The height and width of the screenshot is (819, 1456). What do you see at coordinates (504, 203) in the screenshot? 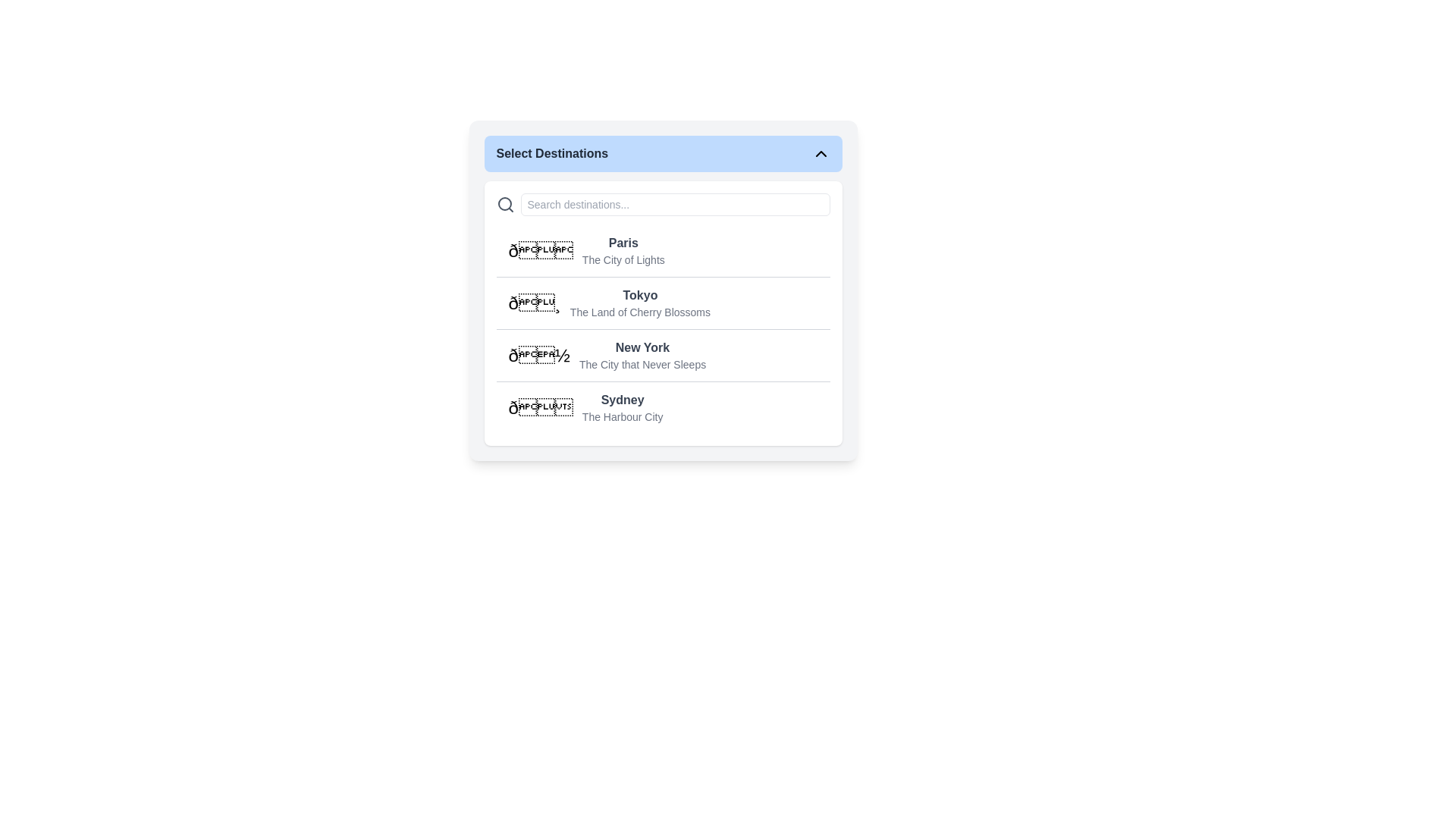
I see `the small circular outline of the search icon located in the top-left corner of the search input field` at bounding box center [504, 203].